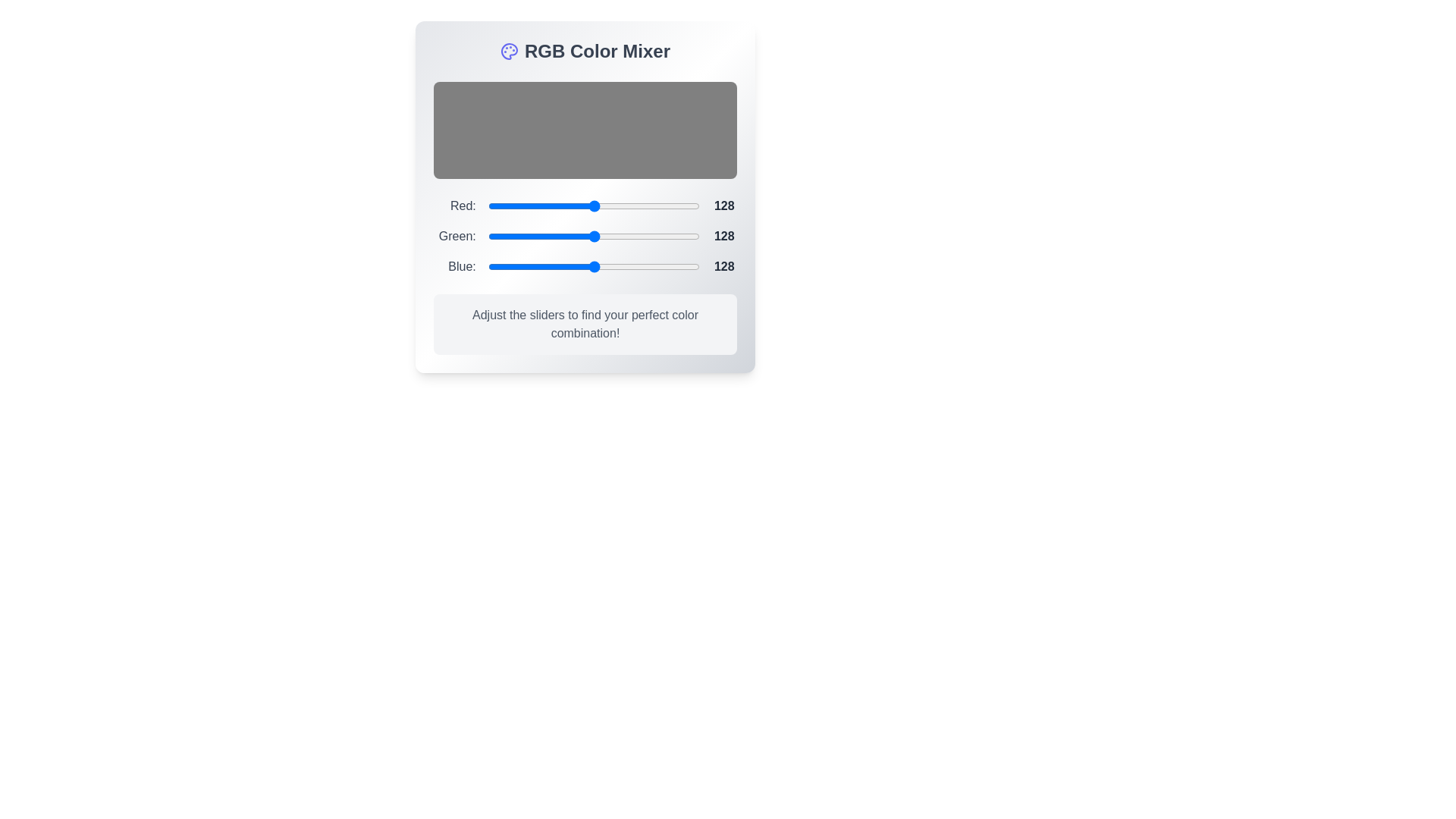 The width and height of the screenshot is (1456, 819). Describe the element at coordinates (650, 206) in the screenshot. I see `the 0 slider to a value of 136` at that location.